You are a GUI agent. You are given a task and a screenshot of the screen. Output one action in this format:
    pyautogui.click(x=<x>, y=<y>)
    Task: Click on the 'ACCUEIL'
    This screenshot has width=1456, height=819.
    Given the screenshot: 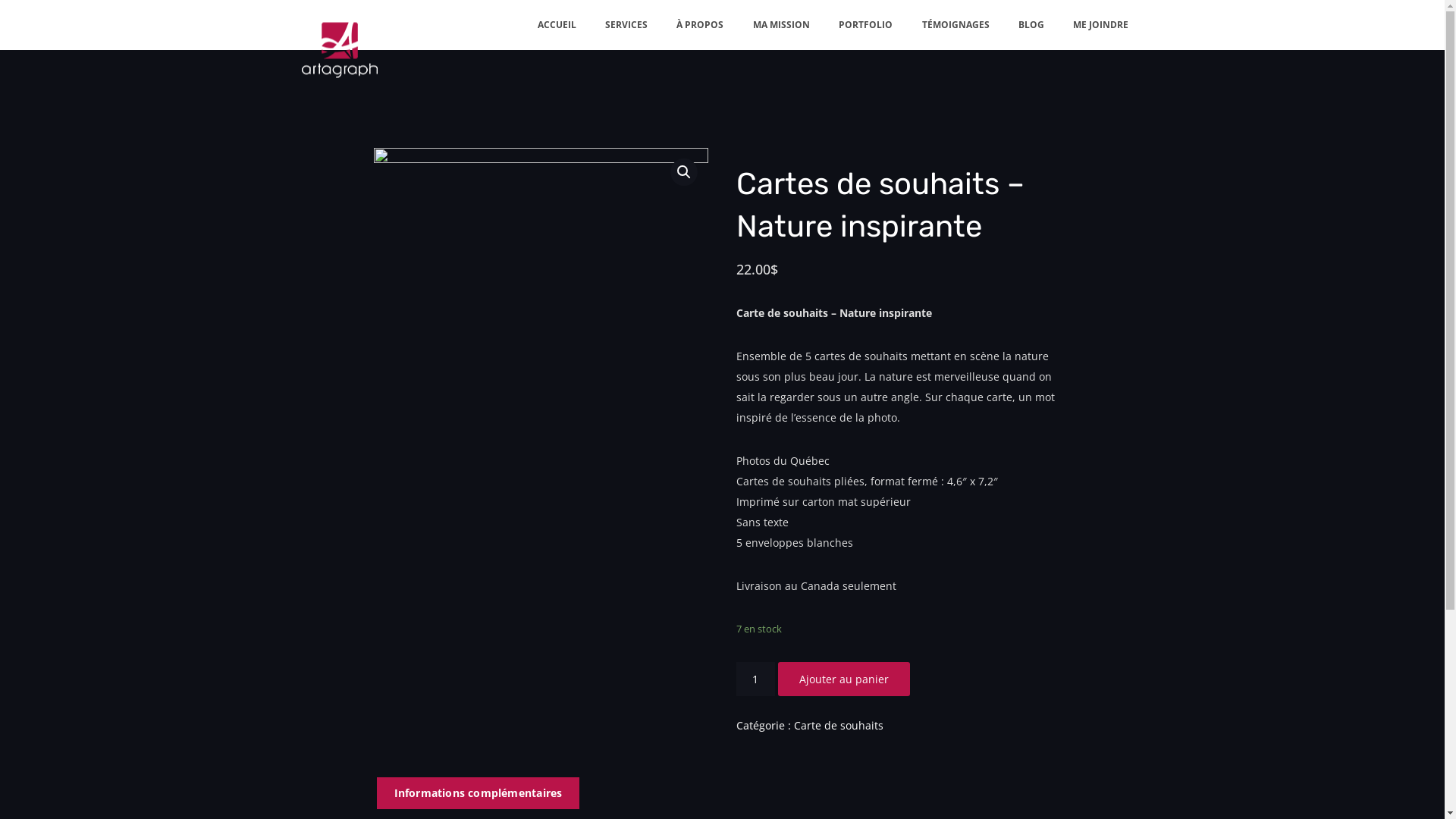 What is the action you would take?
    pyautogui.click(x=556, y=25)
    